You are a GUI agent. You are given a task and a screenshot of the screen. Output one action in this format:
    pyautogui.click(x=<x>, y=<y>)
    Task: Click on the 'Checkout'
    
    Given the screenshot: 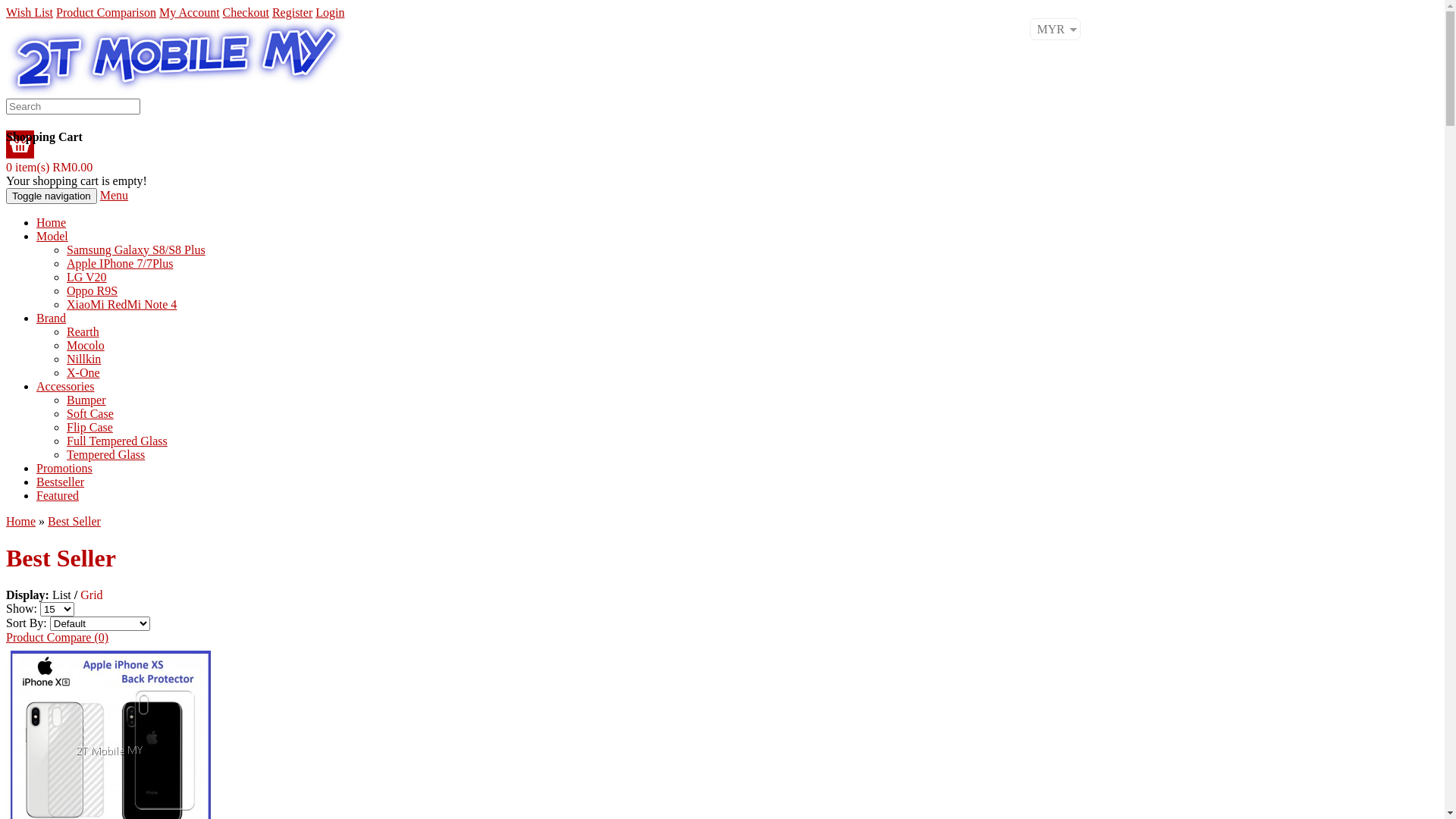 What is the action you would take?
    pyautogui.click(x=246, y=12)
    